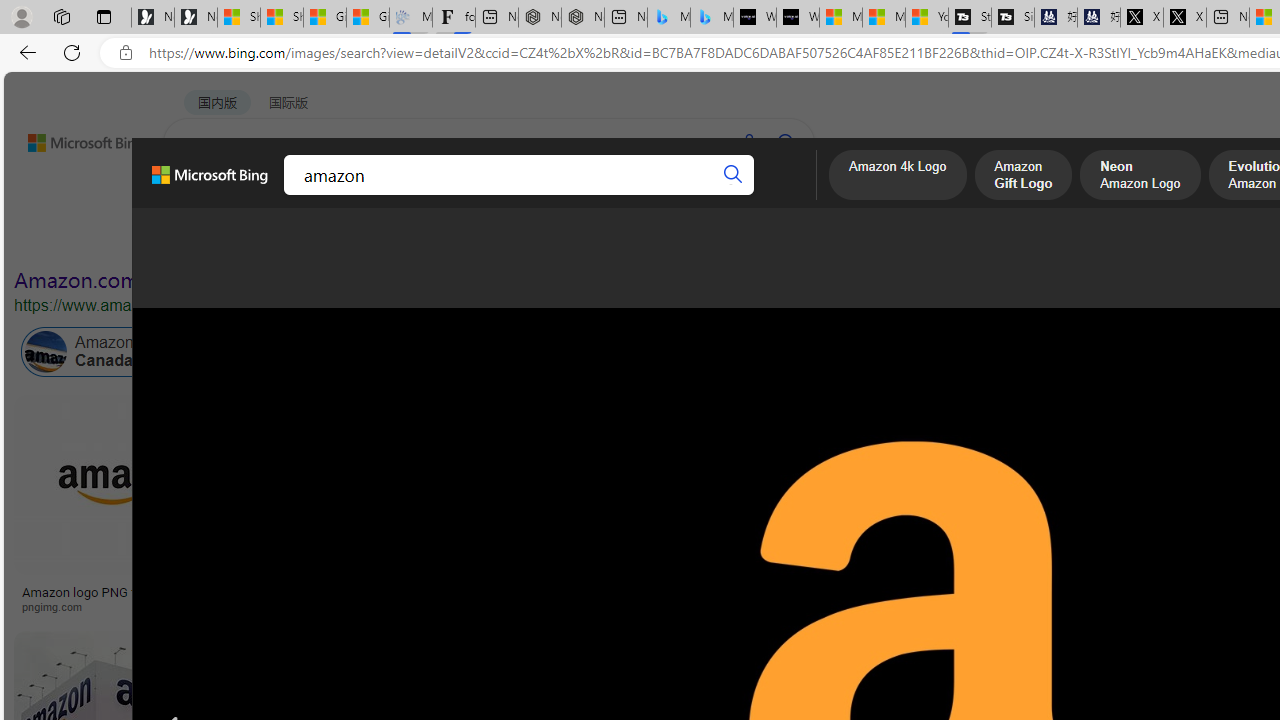 Image resolution: width=1280 pixels, height=720 pixels. What do you see at coordinates (73, 137) in the screenshot?
I see `'Back to Bing search'` at bounding box center [73, 137].